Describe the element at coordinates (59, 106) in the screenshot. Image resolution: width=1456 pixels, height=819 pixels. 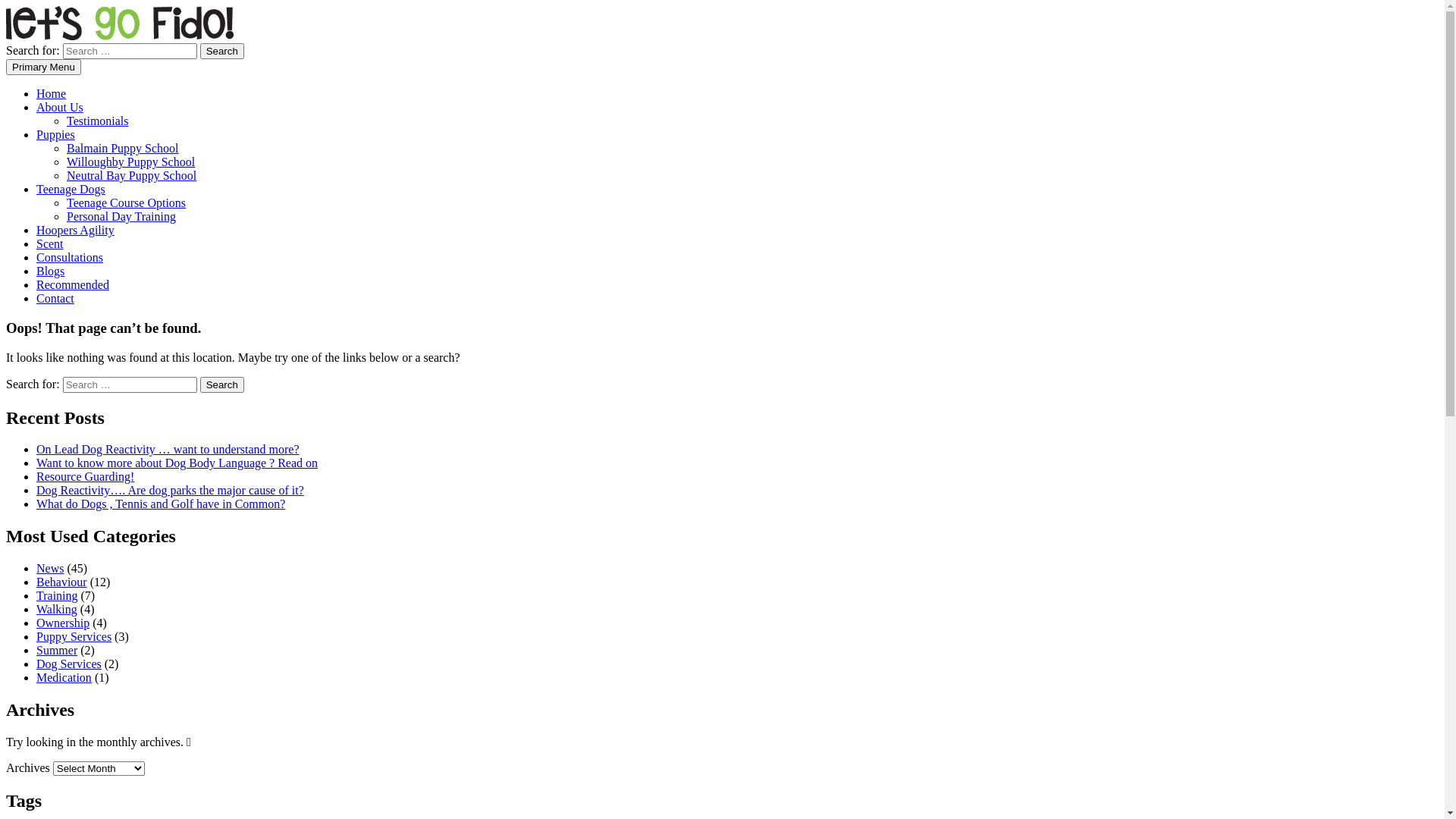
I see `'About Us'` at that location.